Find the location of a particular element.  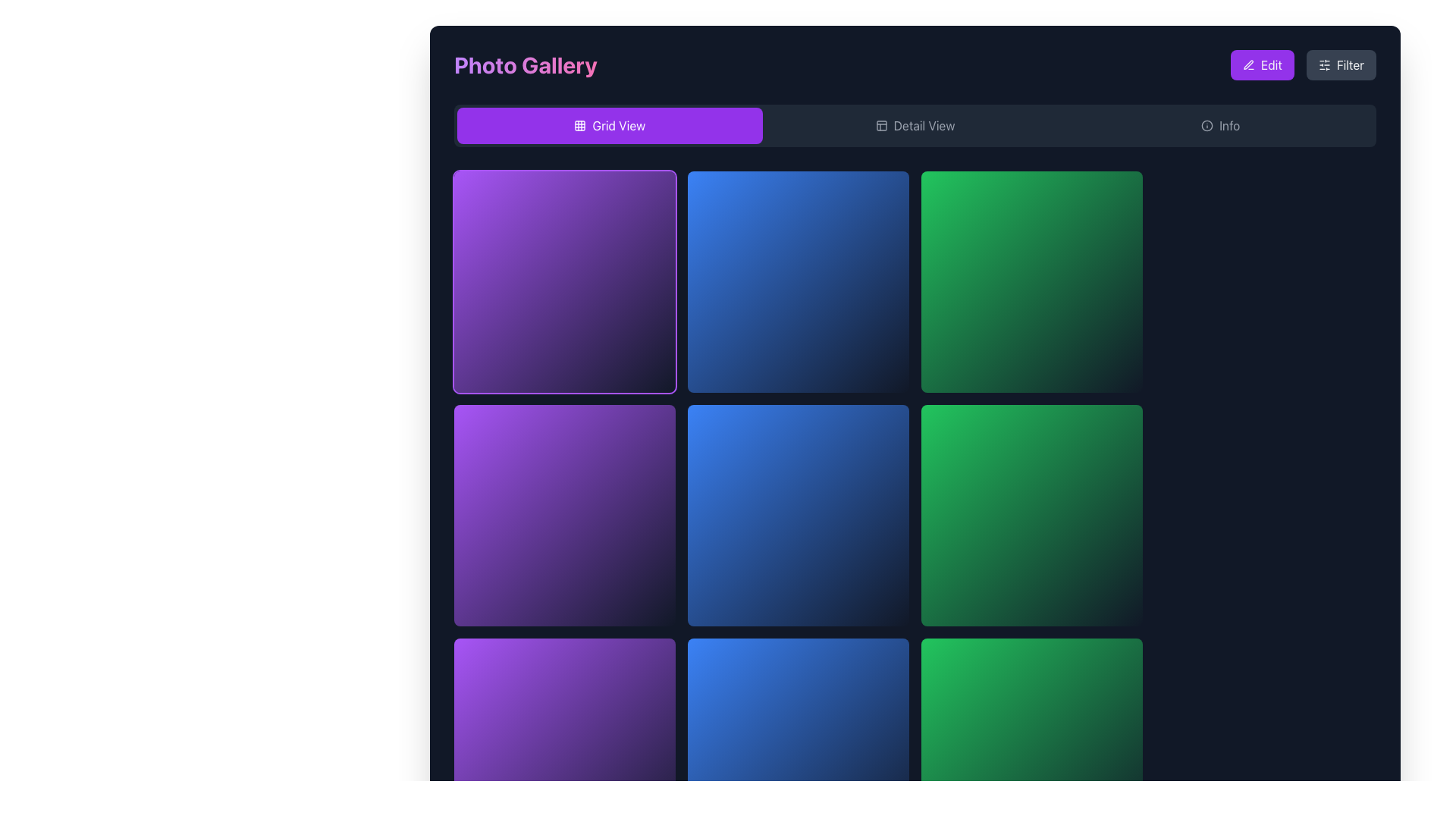

the gradient green to teal square-shaped interactive tile located is located at coordinates (1031, 514).